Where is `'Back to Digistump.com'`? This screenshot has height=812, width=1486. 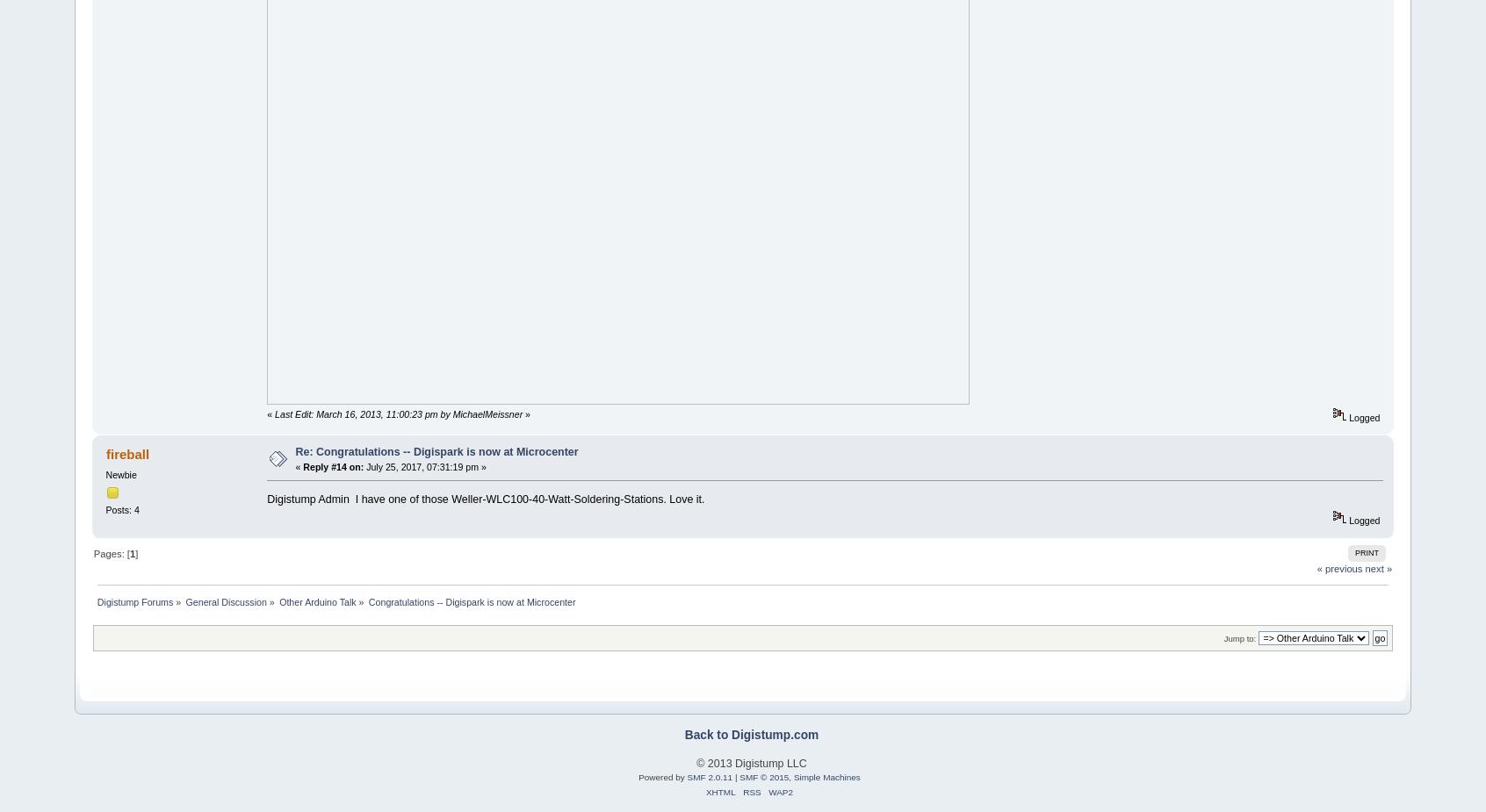 'Back to Digistump.com' is located at coordinates (750, 734).